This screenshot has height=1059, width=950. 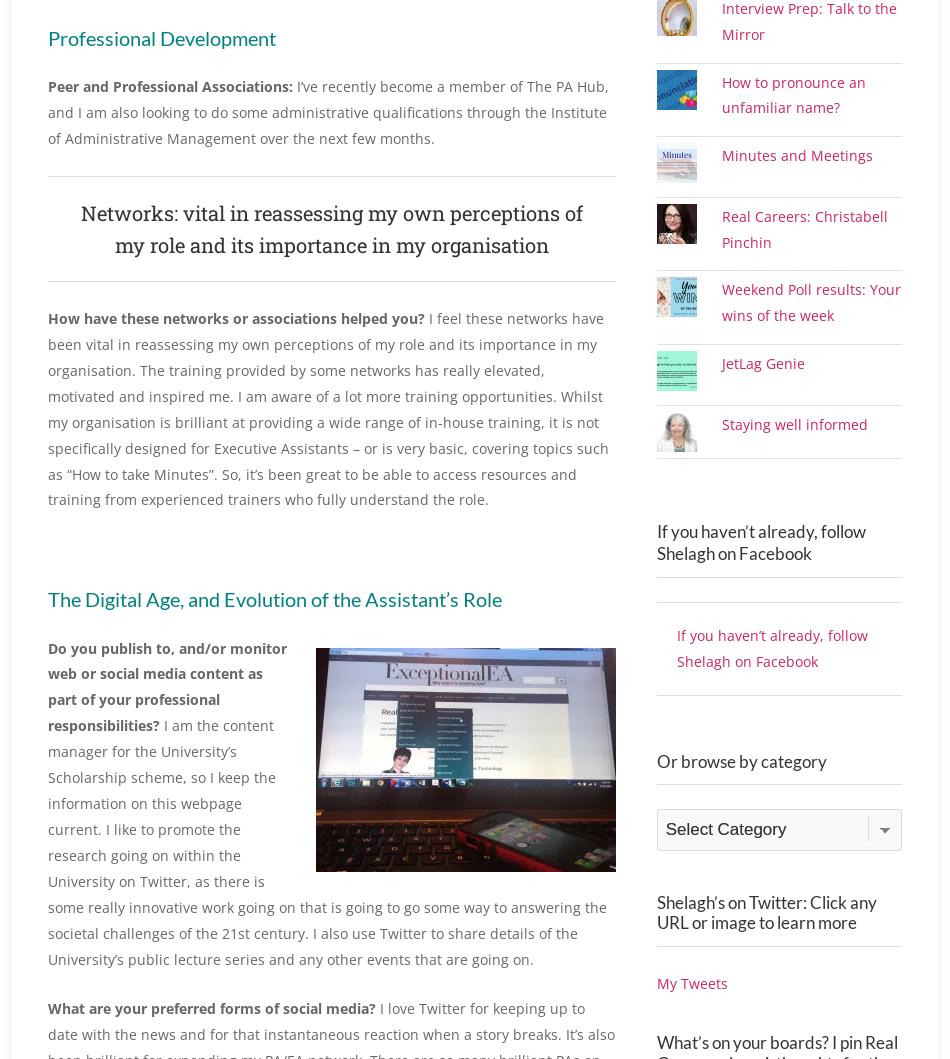 What do you see at coordinates (327, 110) in the screenshot?
I see `'I’ve recently become a member of The PA Hub, and I am also looking to do some administrative qualifications through the Institute of Administrative Management over the next few months.'` at bounding box center [327, 110].